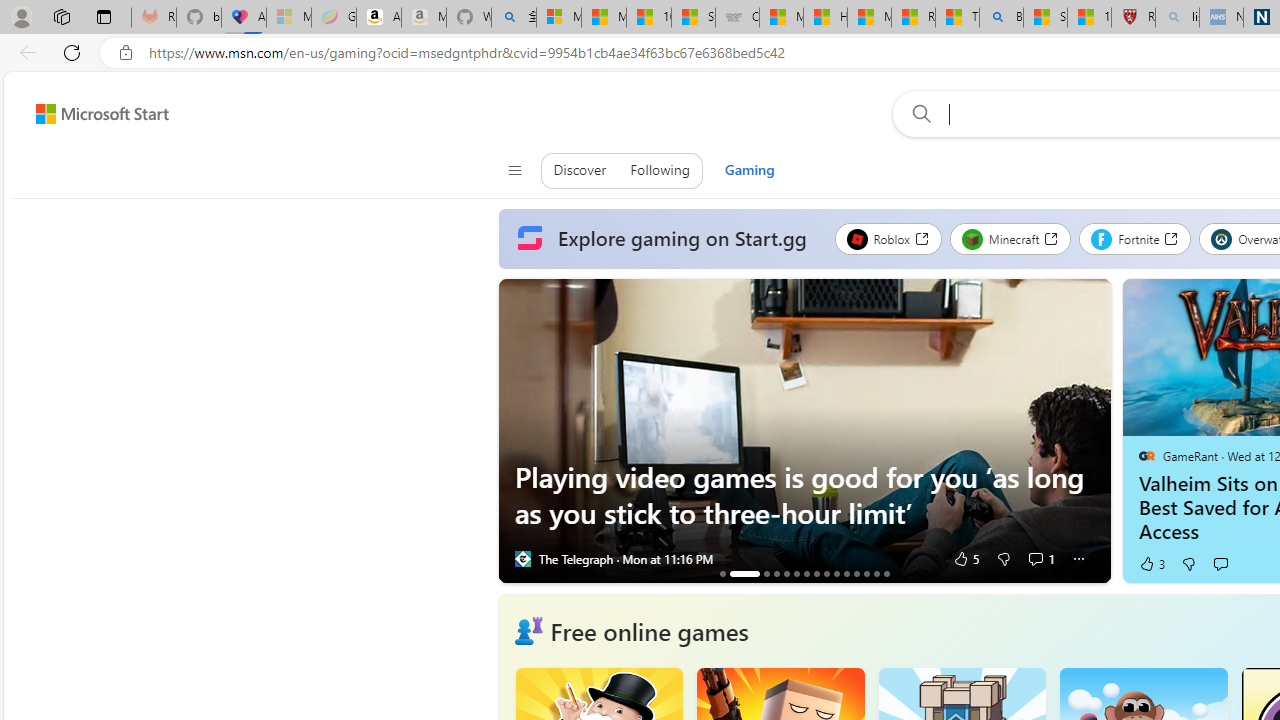 The height and width of the screenshot is (720, 1280). What do you see at coordinates (1133, 17) in the screenshot?
I see `'Robert H. Shmerling, MD - Harvard Health'` at bounding box center [1133, 17].